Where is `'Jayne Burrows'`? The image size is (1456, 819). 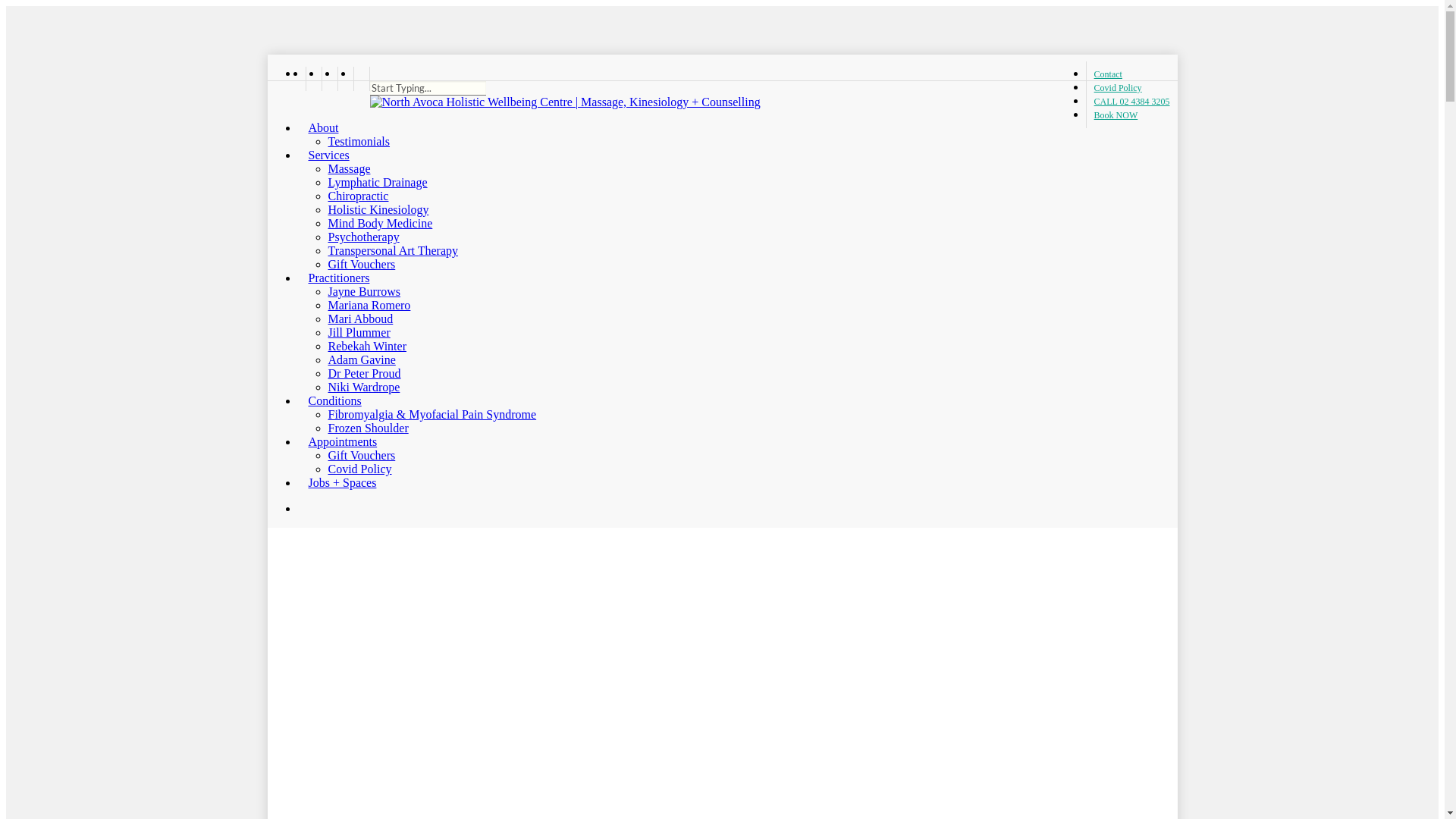 'Jayne Burrows' is located at coordinates (364, 291).